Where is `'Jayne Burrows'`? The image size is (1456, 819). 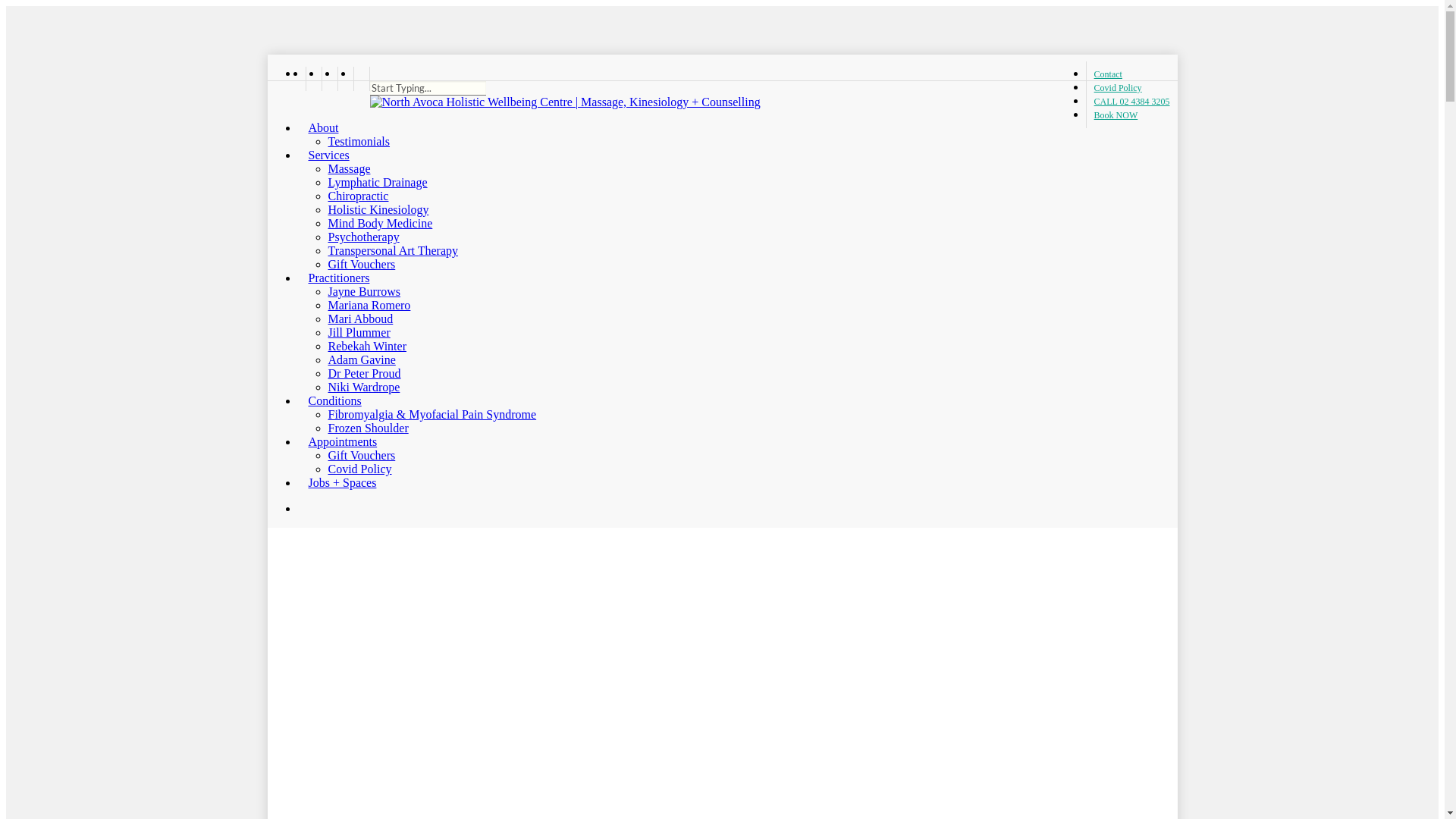 'Jayne Burrows' is located at coordinates (364, 291).